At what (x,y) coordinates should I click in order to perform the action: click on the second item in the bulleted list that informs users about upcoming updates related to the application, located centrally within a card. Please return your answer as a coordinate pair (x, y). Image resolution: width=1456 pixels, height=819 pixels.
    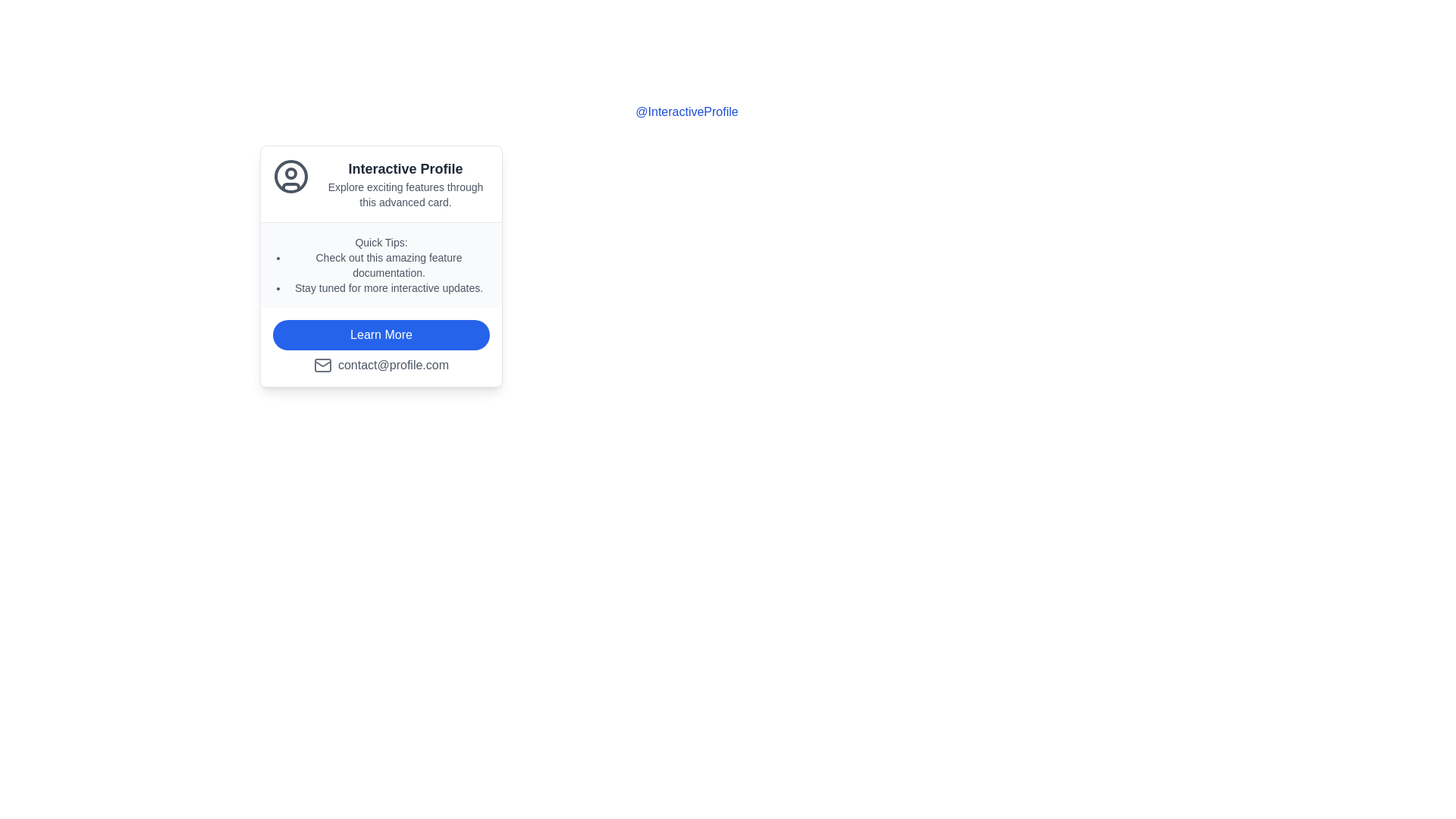
    Looking at the image, I should click on (389, 288).